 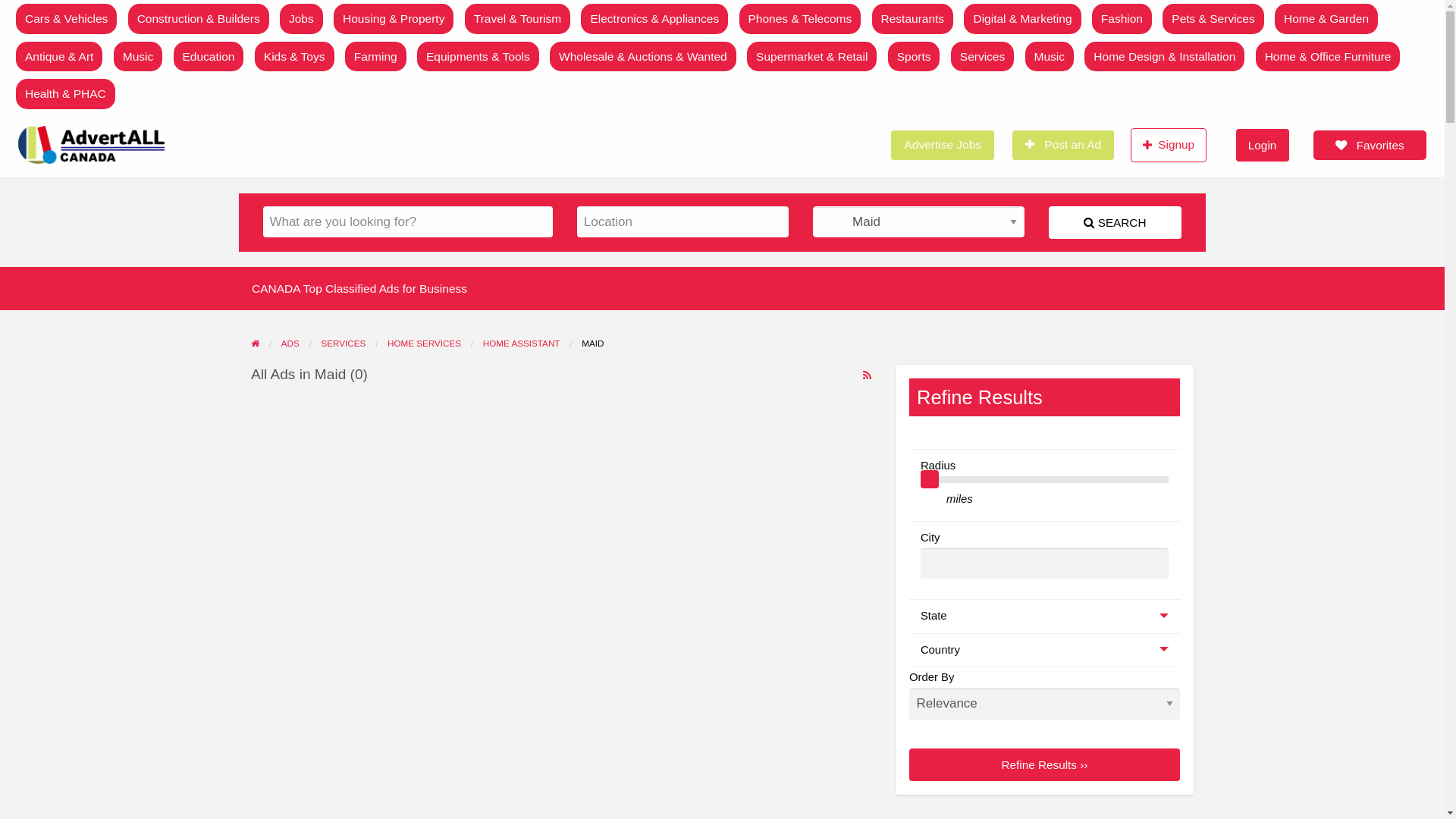 I want to click on 'Home & Office Furniture', so click(x=1327, y=55).